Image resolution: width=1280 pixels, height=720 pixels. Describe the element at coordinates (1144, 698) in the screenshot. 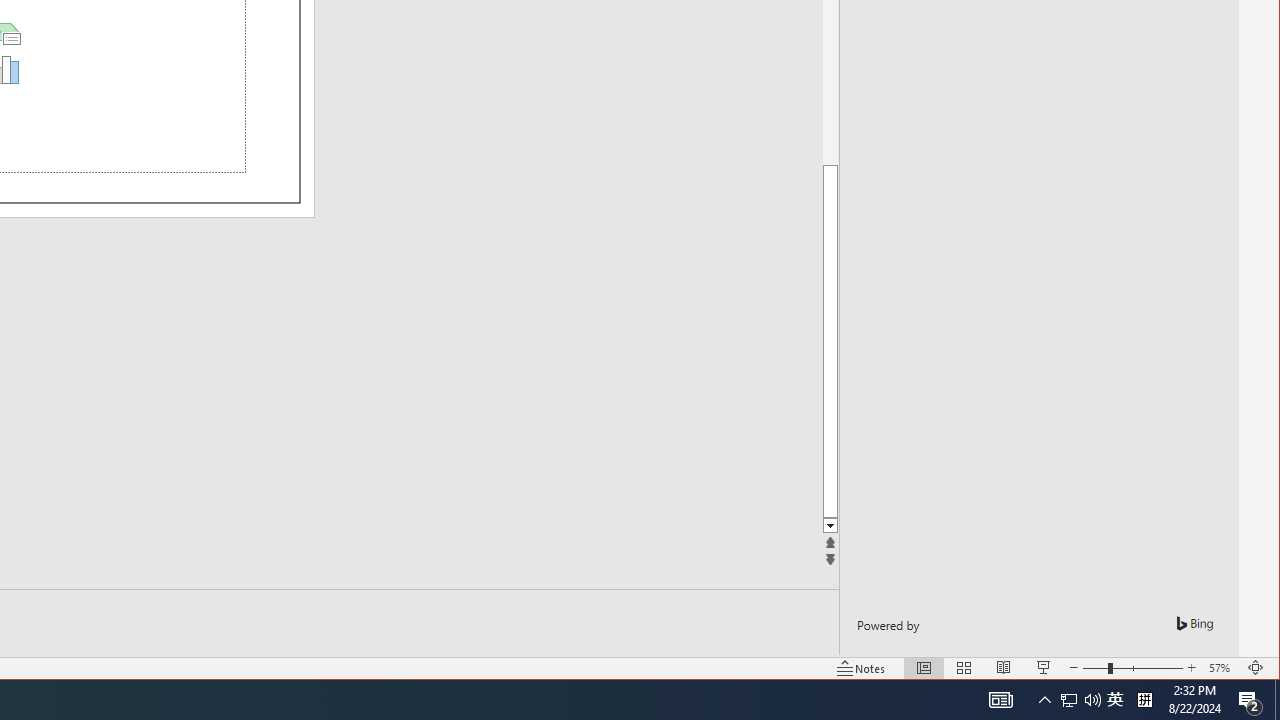

I see `'Tray Input Indicator - Chinese (Simplified, China)'` at that location.